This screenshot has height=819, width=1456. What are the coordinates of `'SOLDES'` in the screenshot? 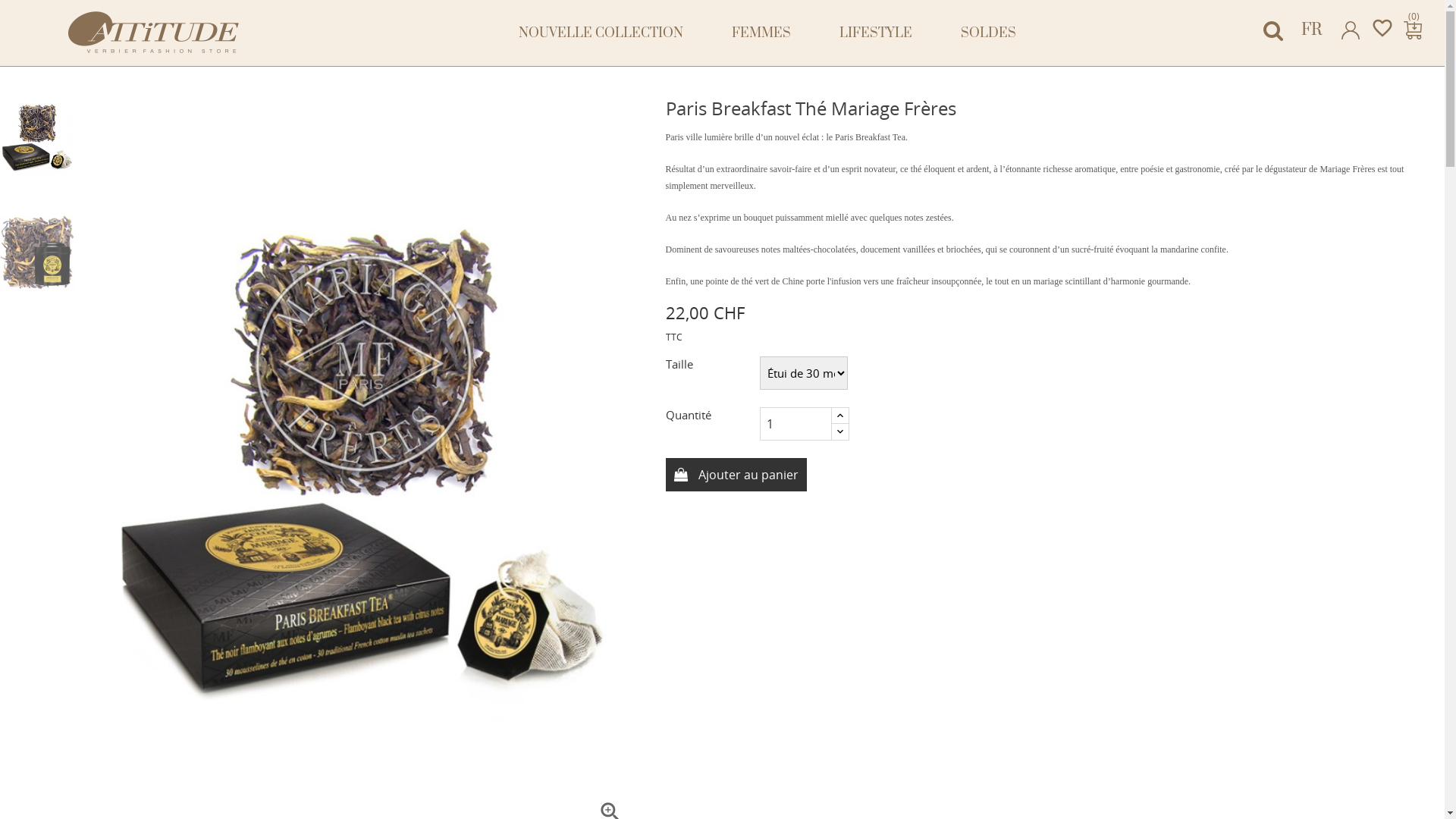 It's located at (988, 33).